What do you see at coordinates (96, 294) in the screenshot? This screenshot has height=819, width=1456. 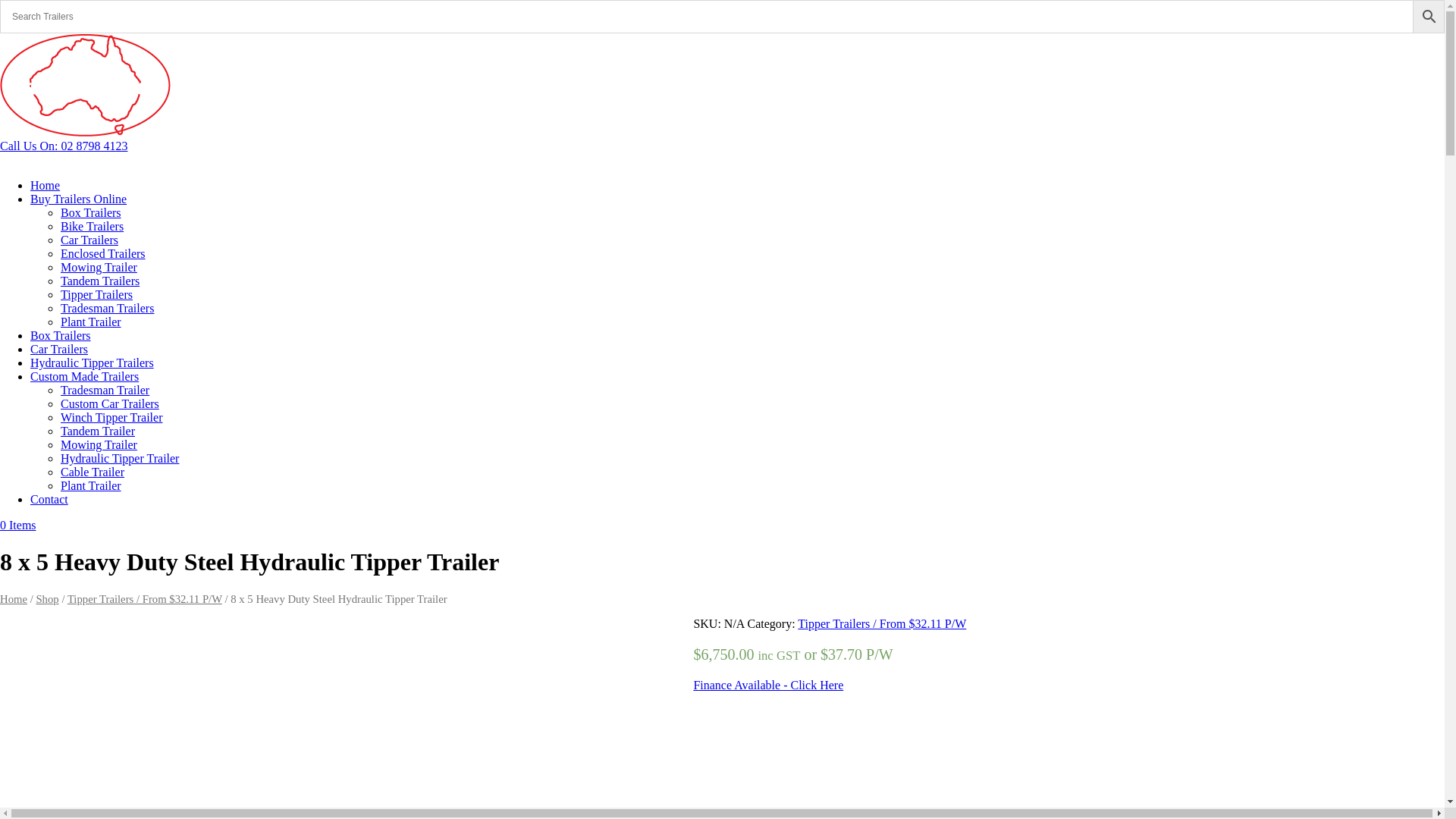 I see `'Tipper Trailers'` at bounding box center [96, 294].